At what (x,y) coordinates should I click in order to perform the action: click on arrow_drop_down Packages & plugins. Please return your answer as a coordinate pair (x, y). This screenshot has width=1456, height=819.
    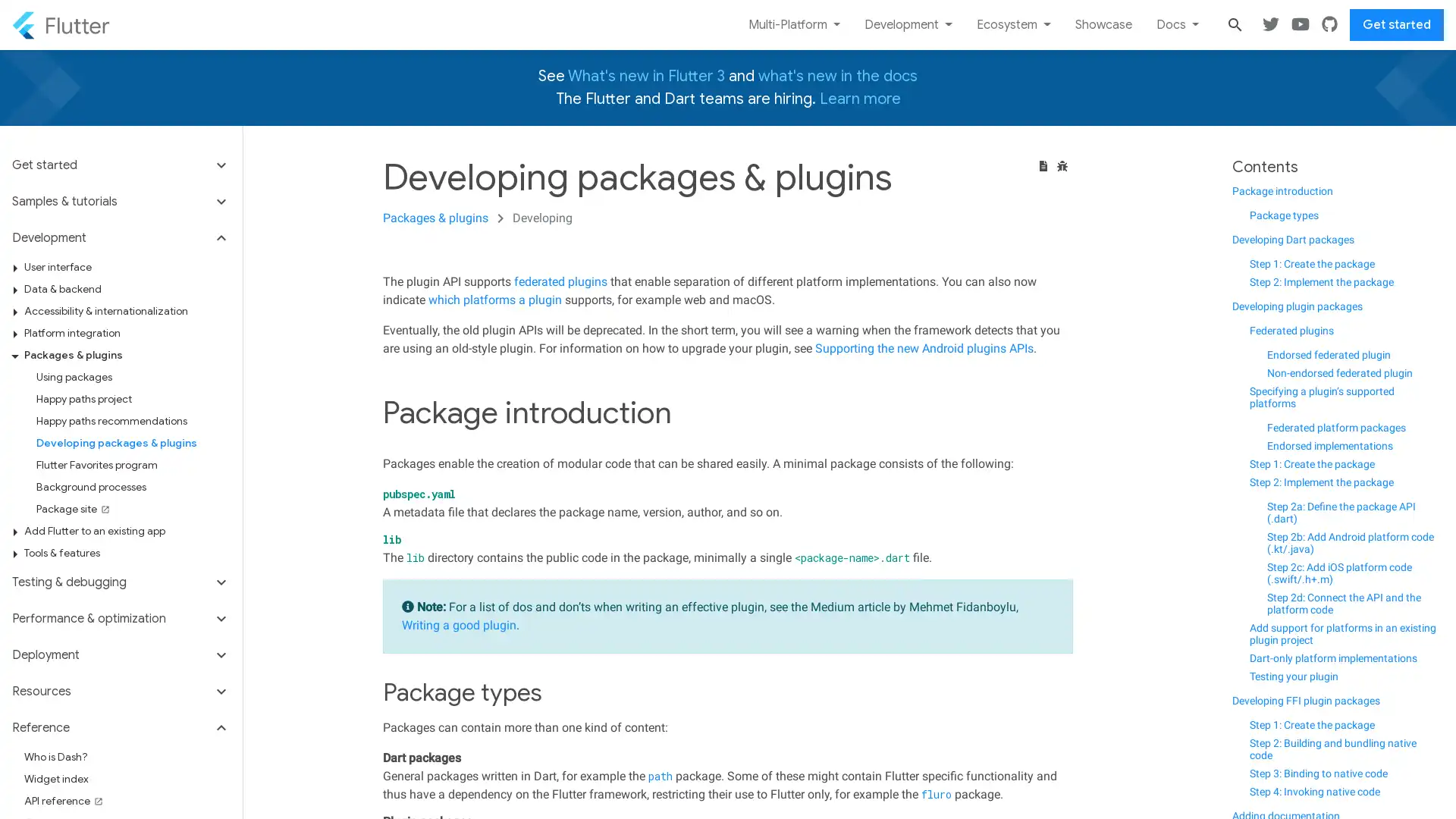
    Looking at the image, I should click on (127, 355).